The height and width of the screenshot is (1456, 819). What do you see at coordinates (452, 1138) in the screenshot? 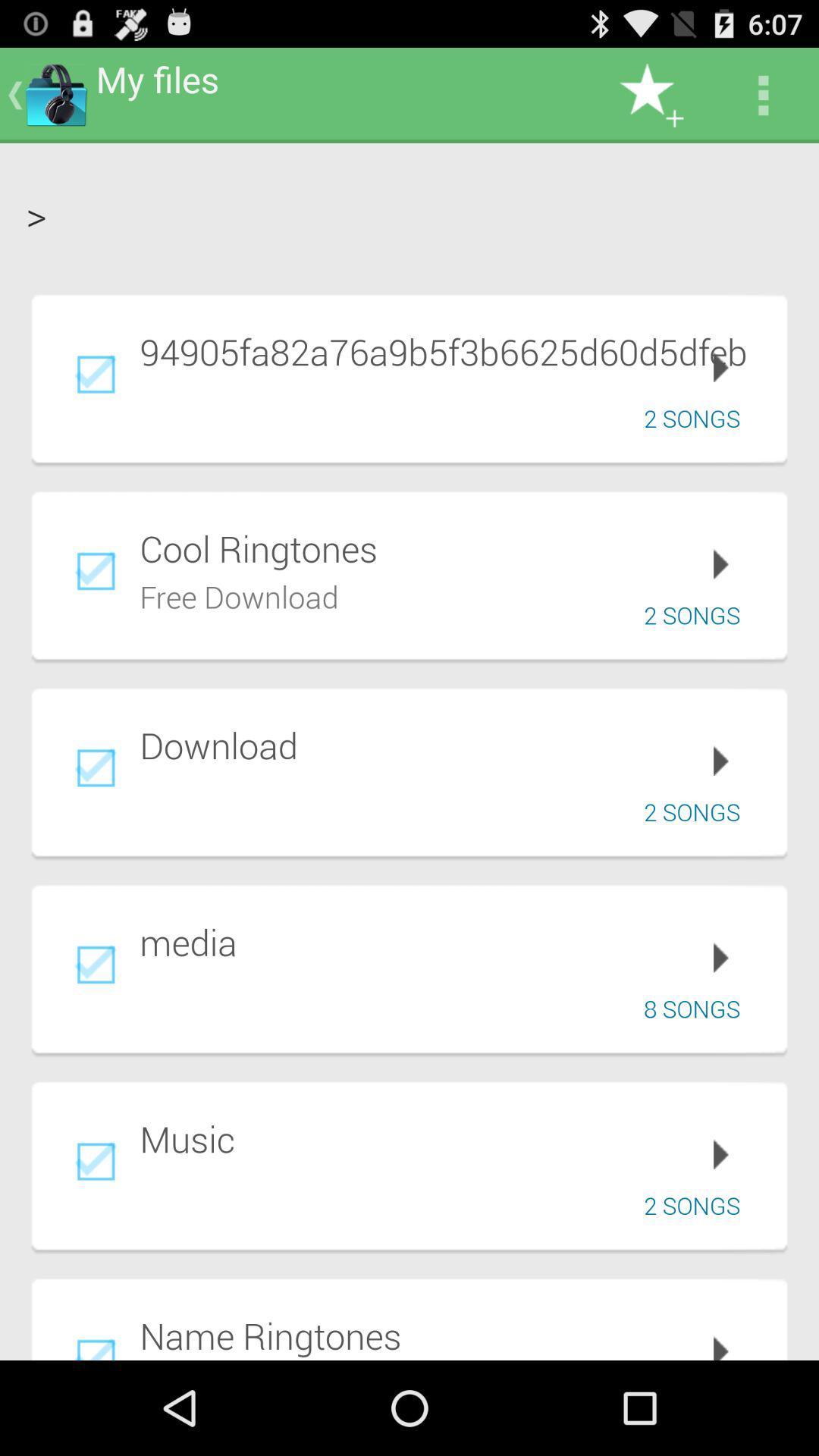
I see `the app above 2 songs app` at bounding box center [452, 1138].